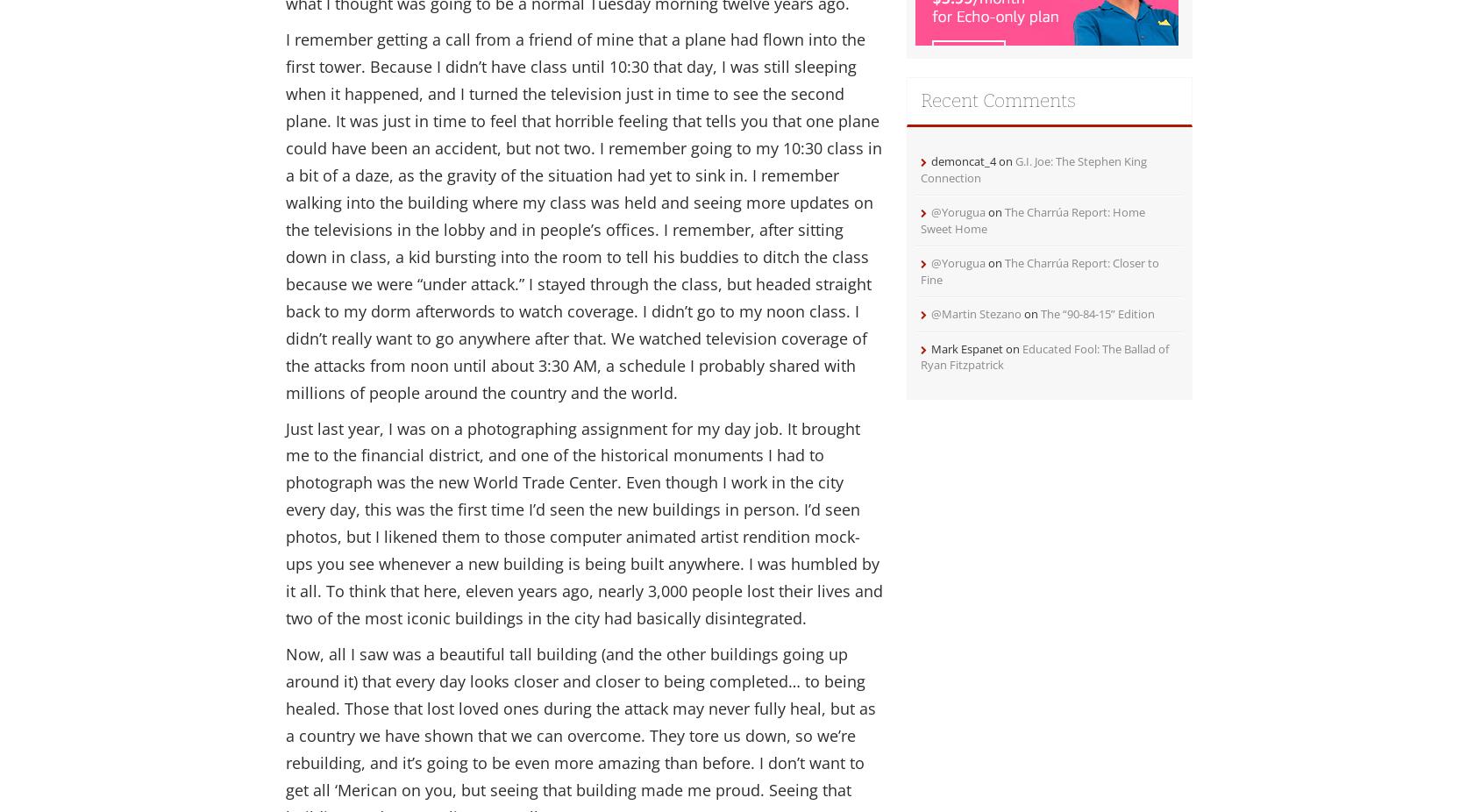 The image size is (1474, 812). What do you see at coordinates (582, 522) in the screenshot?
I see `'Just last year, I was on a photographing assignment for my day job. It brought me to the financial district, and one of the historical monuments I had to photograph was the new World Trade Center. Even though I work in the city every day, this was the first time I’d seen the new buildings in person. I’d seen photos, but I likened them to those computer animated artist rendition mock-ups you see whenever a new building is being built anywhere. I was humbled by it all. To think that here, eleven years ago, nearly 3,000 people lost their lives and two of the most iconic buildings in the city had basically disintegrated.'` at bounding box center [582, 522].